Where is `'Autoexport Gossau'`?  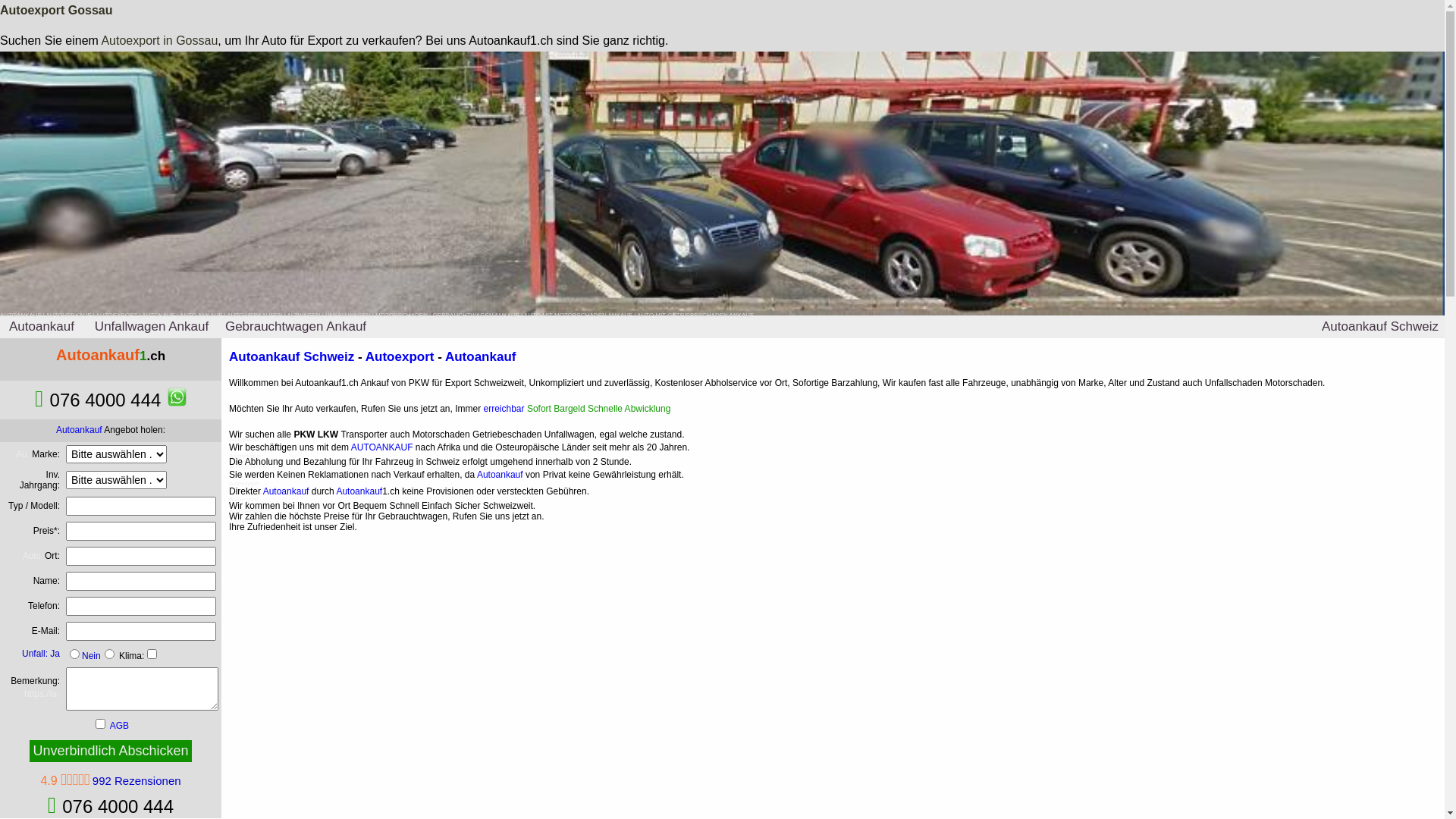
'Autoexport Gossau' is located at coordinates (0, 10).